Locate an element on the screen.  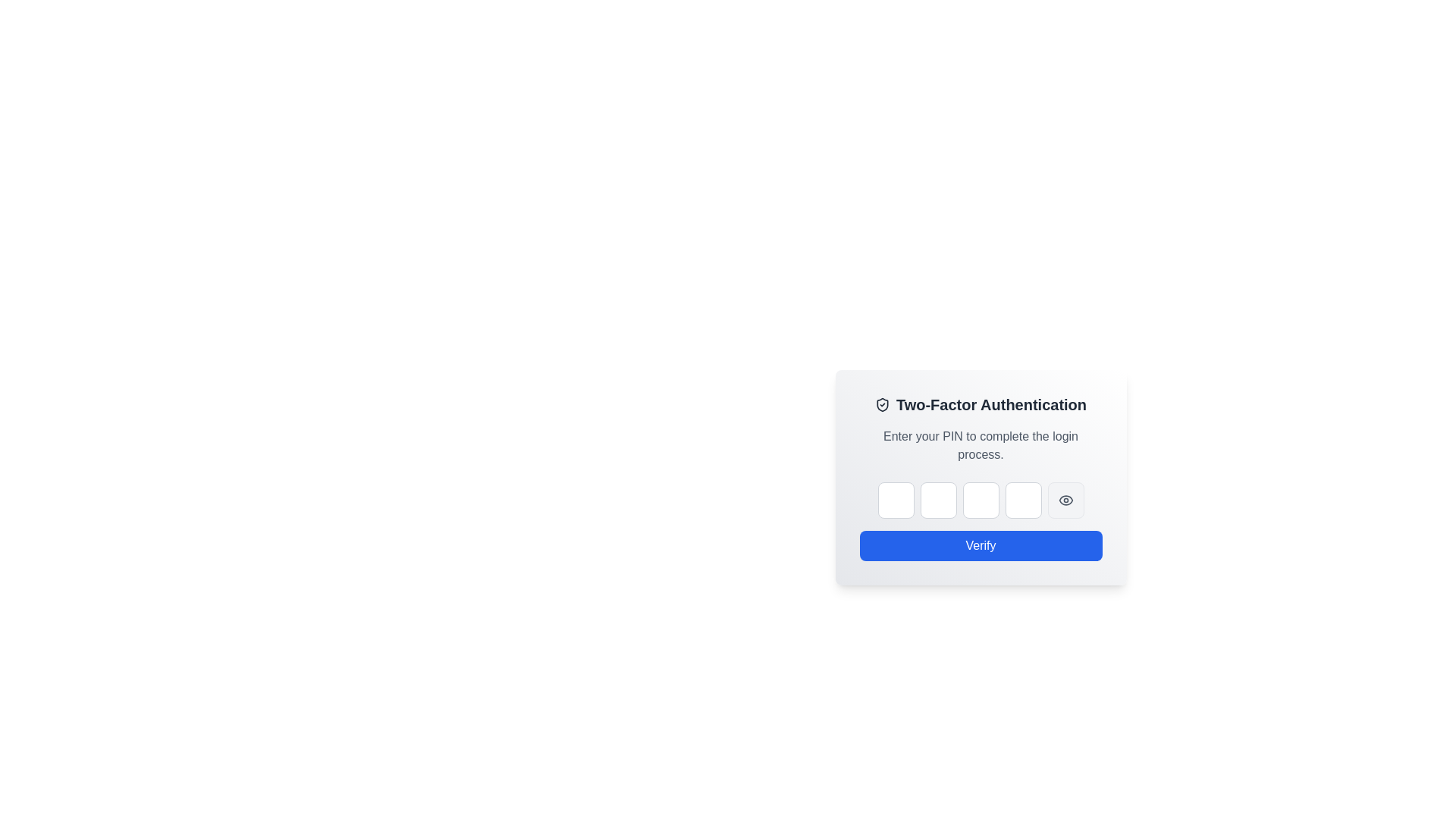
the shield-check icon located in the top-left region of the 'Two-Factor Authentication' dialog box is located at coordinates (882, 403).